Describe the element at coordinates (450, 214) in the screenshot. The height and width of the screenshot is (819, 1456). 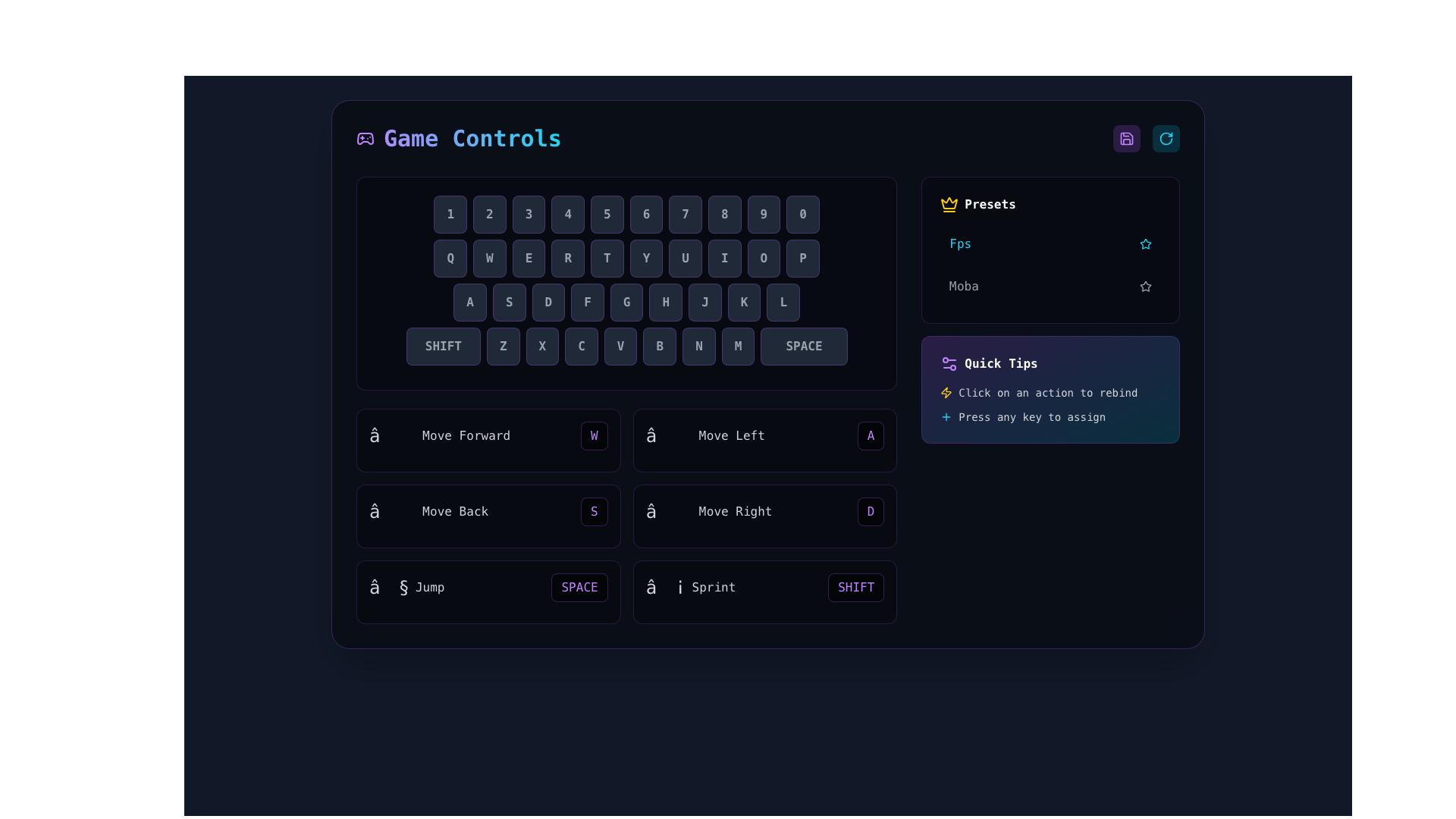
I see `the information of the button representing the number '1', which is the first button in a horizontal row of ten buttons in the top-left corner of its group` at that location.